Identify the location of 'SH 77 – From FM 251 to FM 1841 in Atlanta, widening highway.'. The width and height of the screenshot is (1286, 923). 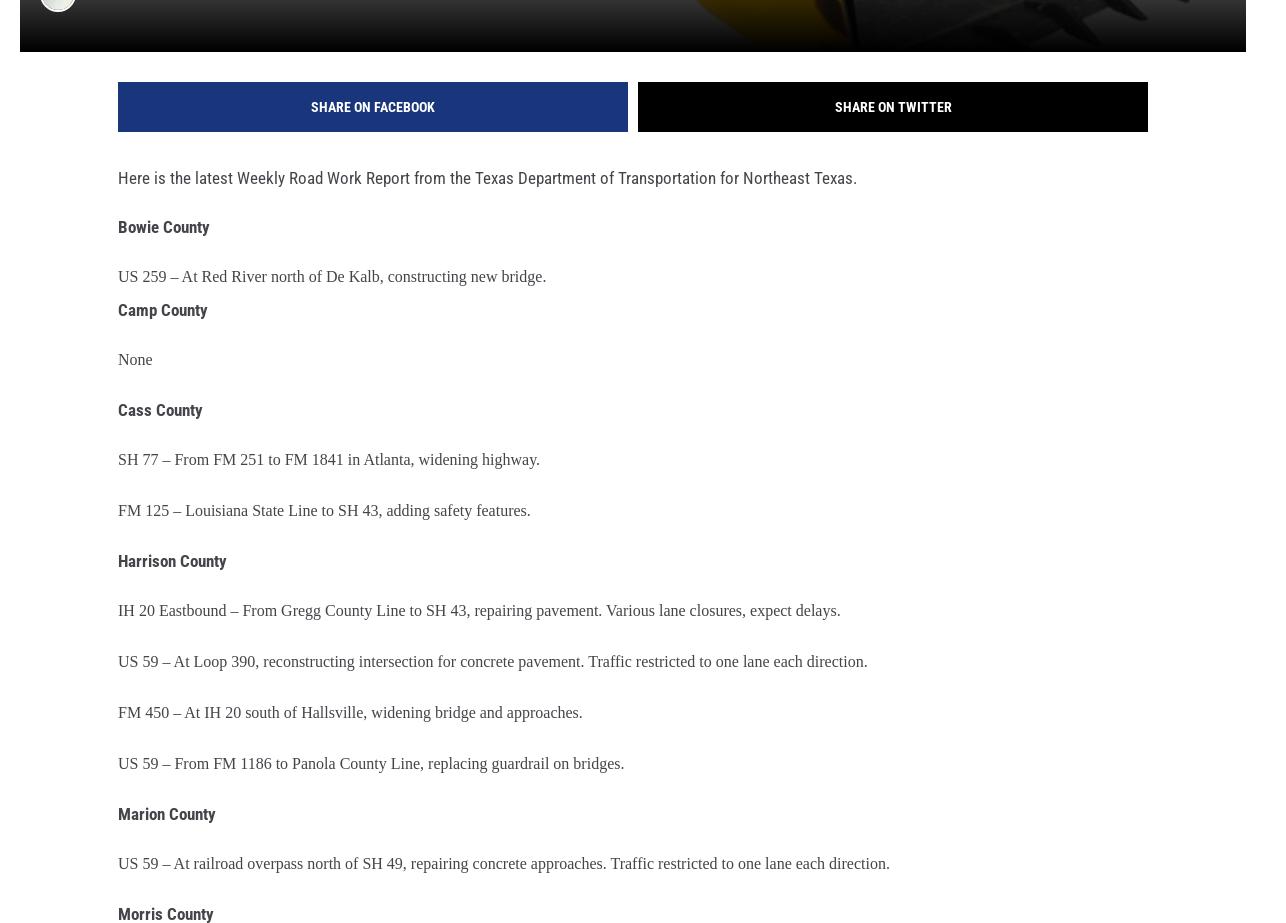
(327, 472).